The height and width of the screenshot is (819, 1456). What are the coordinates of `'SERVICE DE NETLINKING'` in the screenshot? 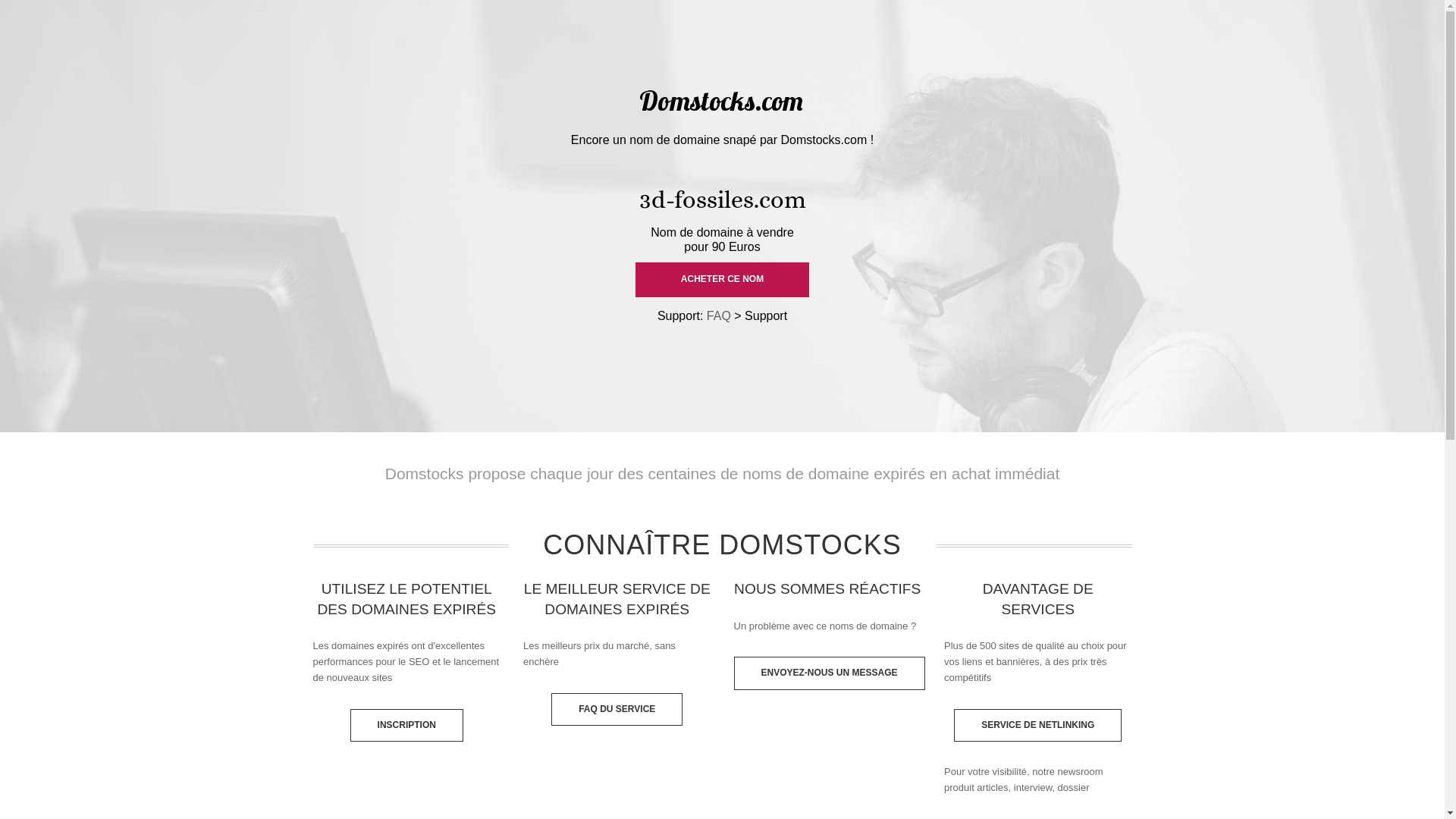 It's located at (1037, 724).